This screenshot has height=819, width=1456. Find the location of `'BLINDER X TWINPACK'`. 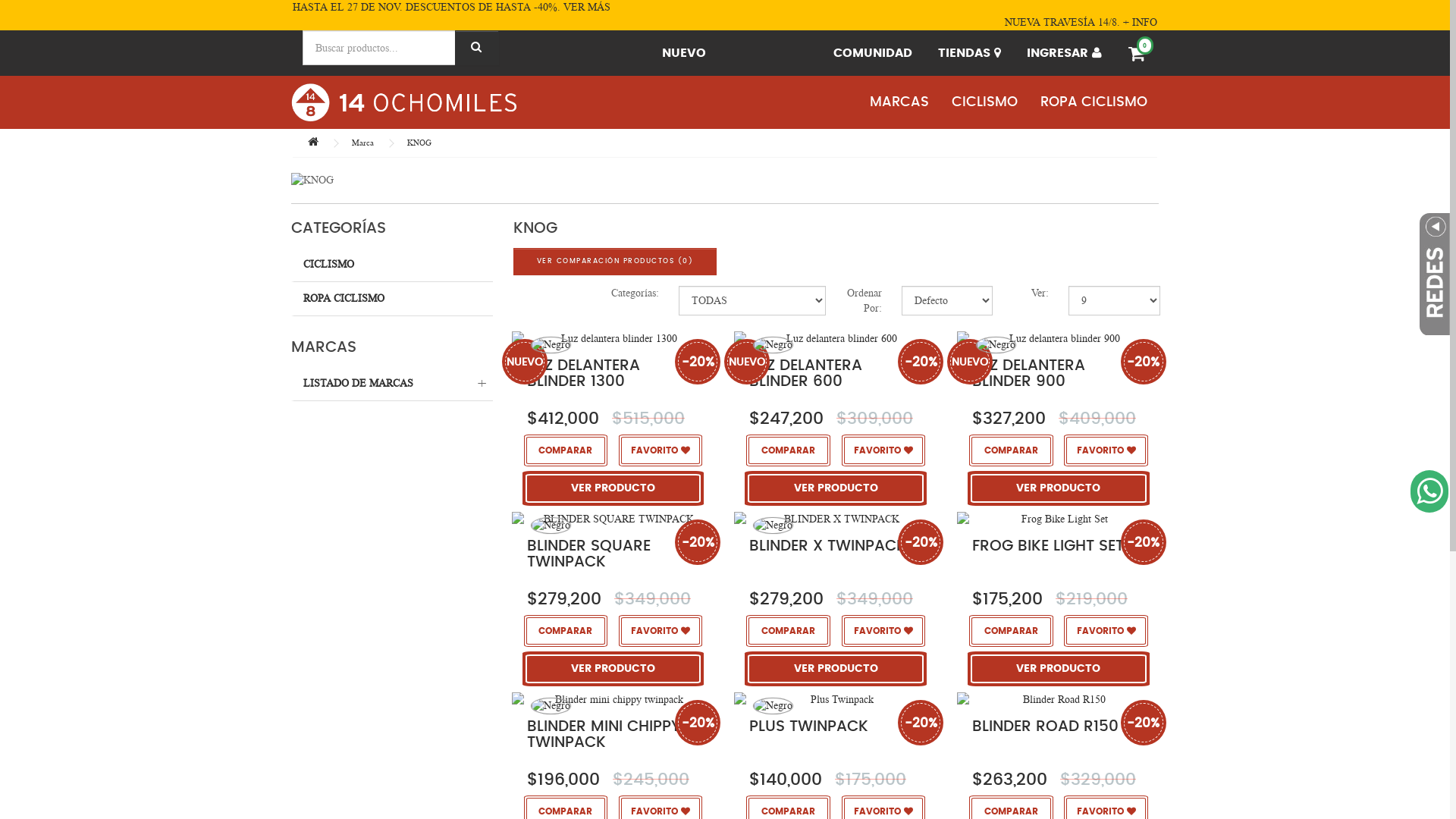

'BLINDER X TWINPACK' is located at coordinates (834, 517).